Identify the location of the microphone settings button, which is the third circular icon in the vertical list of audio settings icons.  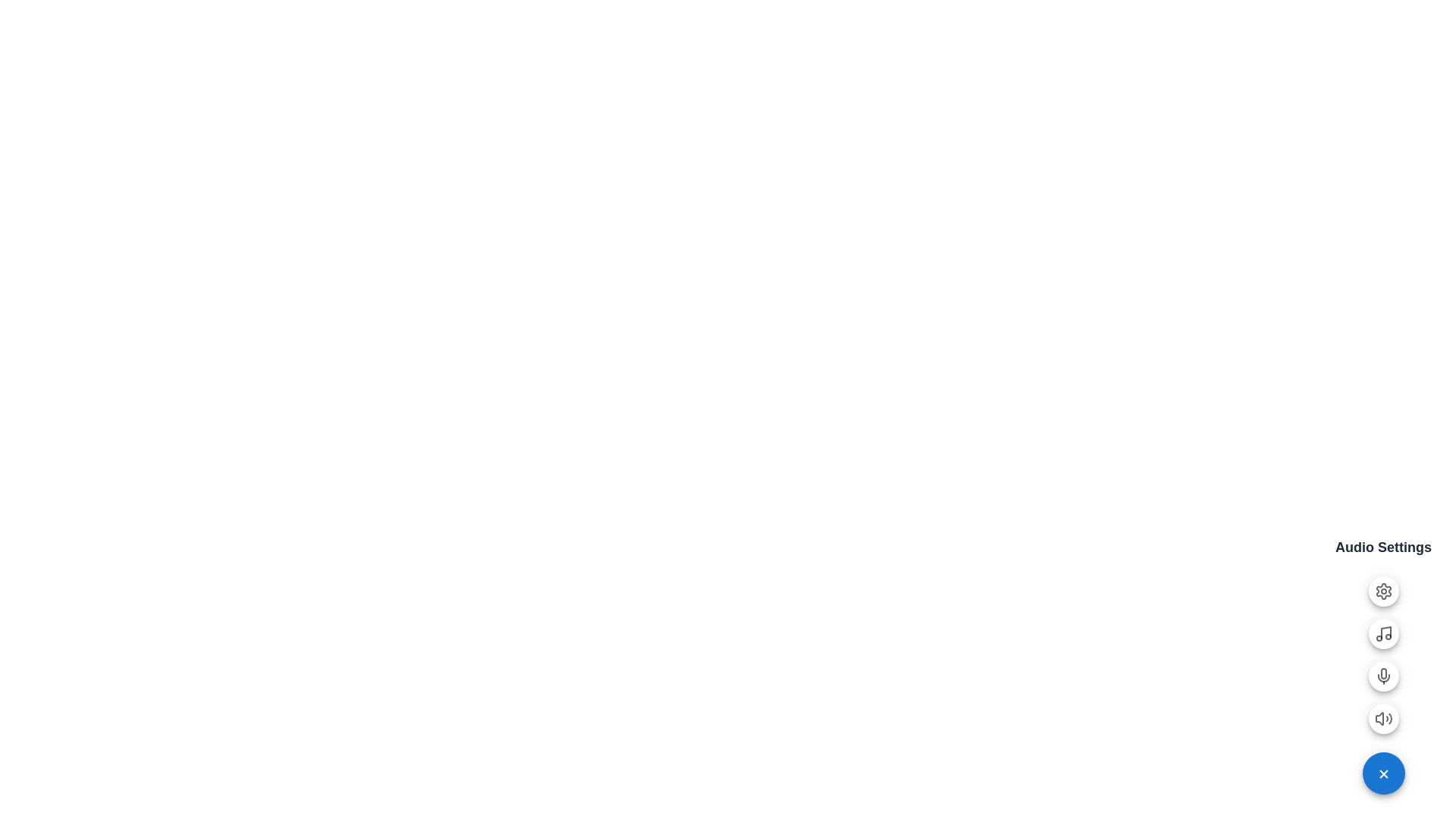
(1383, 675).